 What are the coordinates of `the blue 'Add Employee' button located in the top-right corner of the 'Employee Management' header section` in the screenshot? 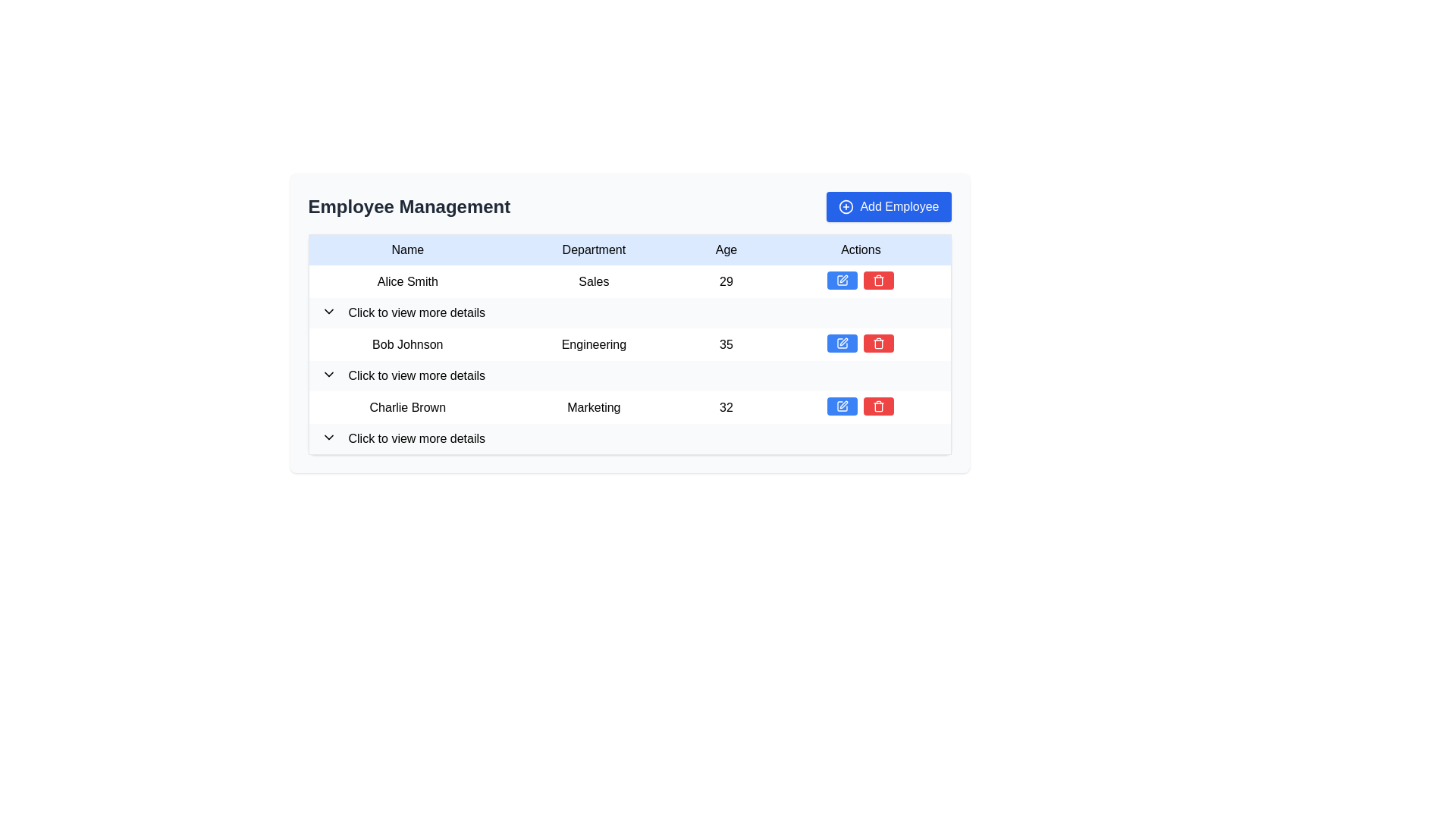 It's located at (889, 207).